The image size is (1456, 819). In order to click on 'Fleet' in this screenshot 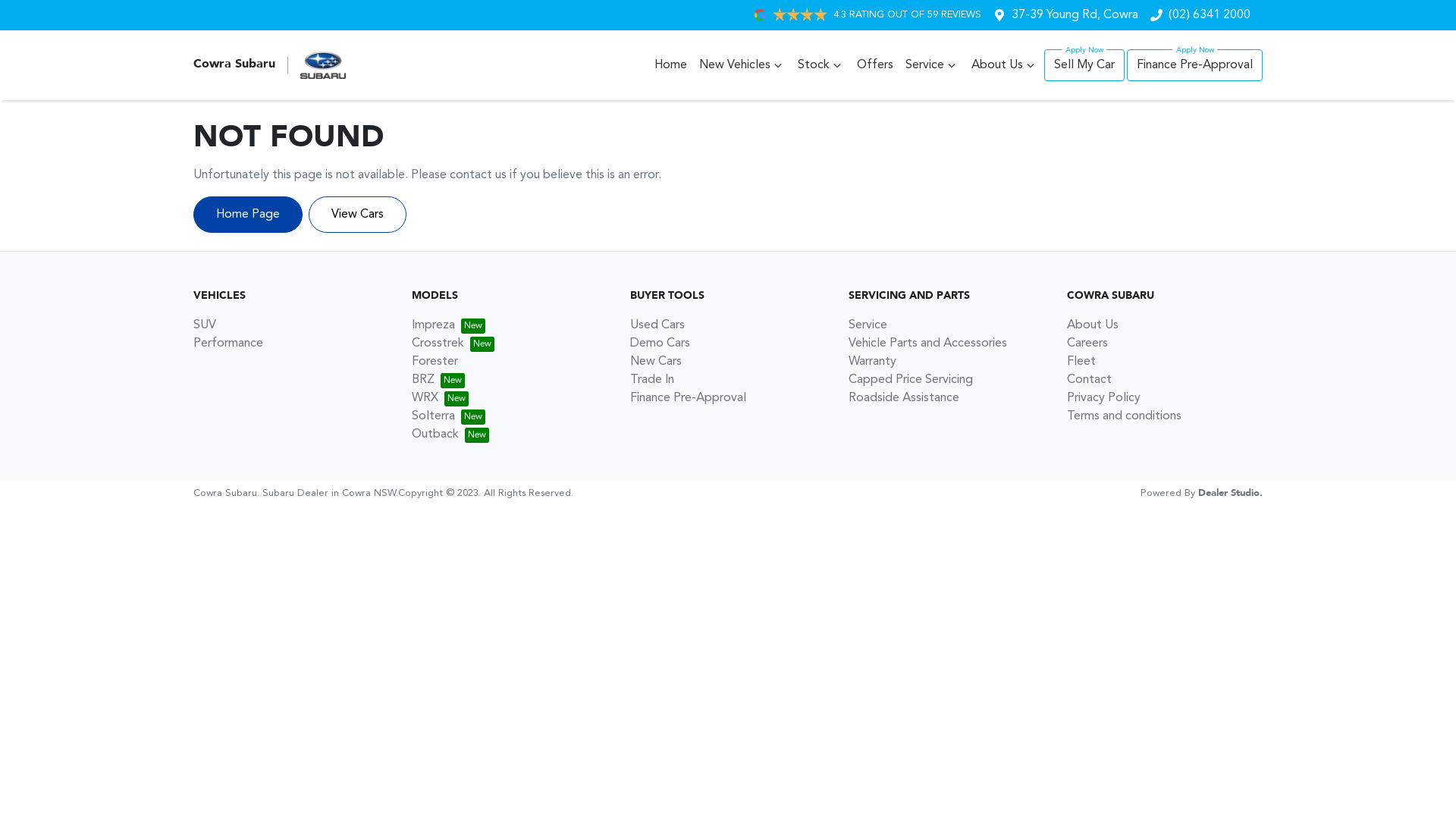, I will do `click(1080, 362)`.